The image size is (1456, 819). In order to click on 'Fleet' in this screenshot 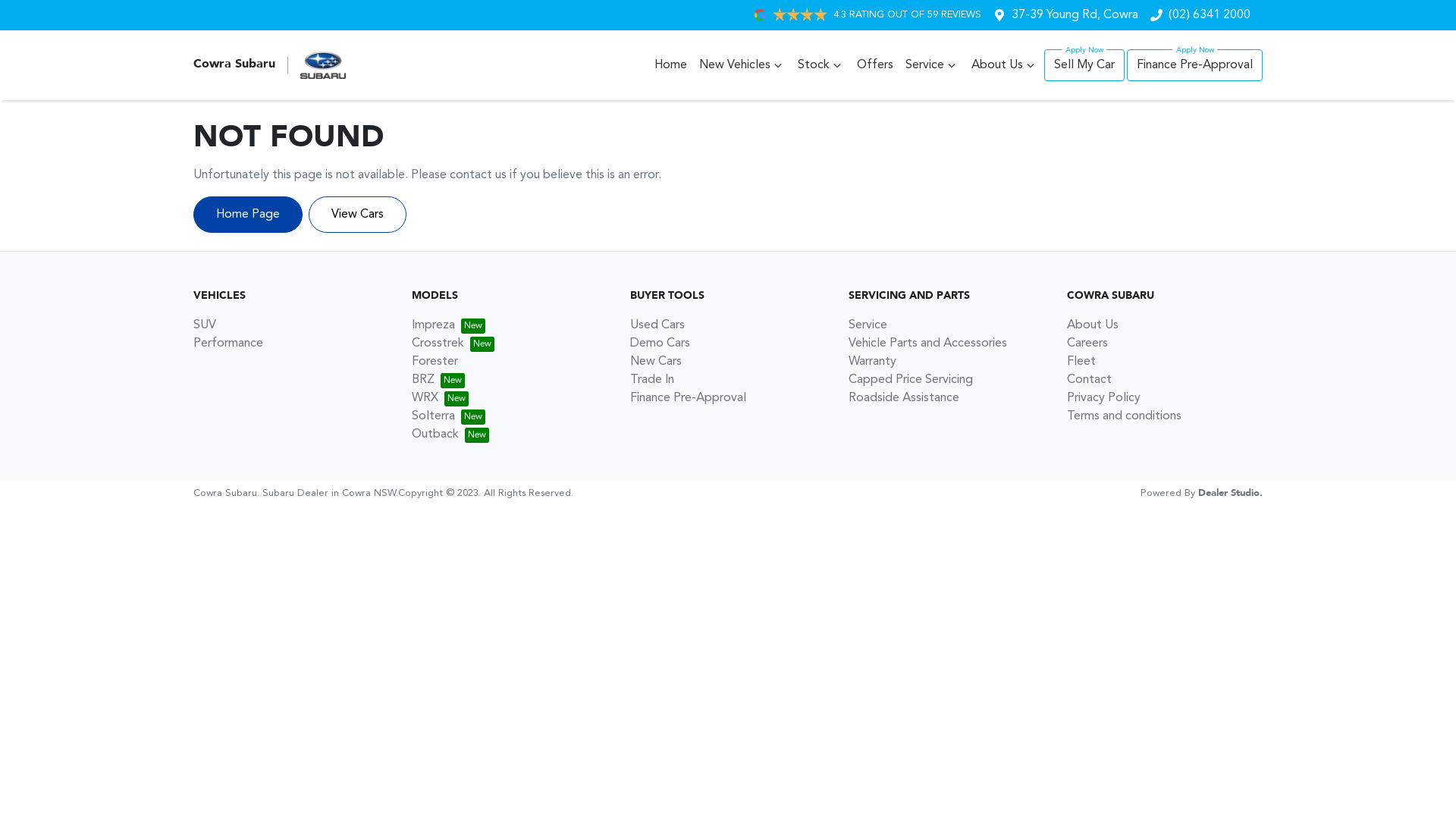, I will do `click(1080, 362)`.